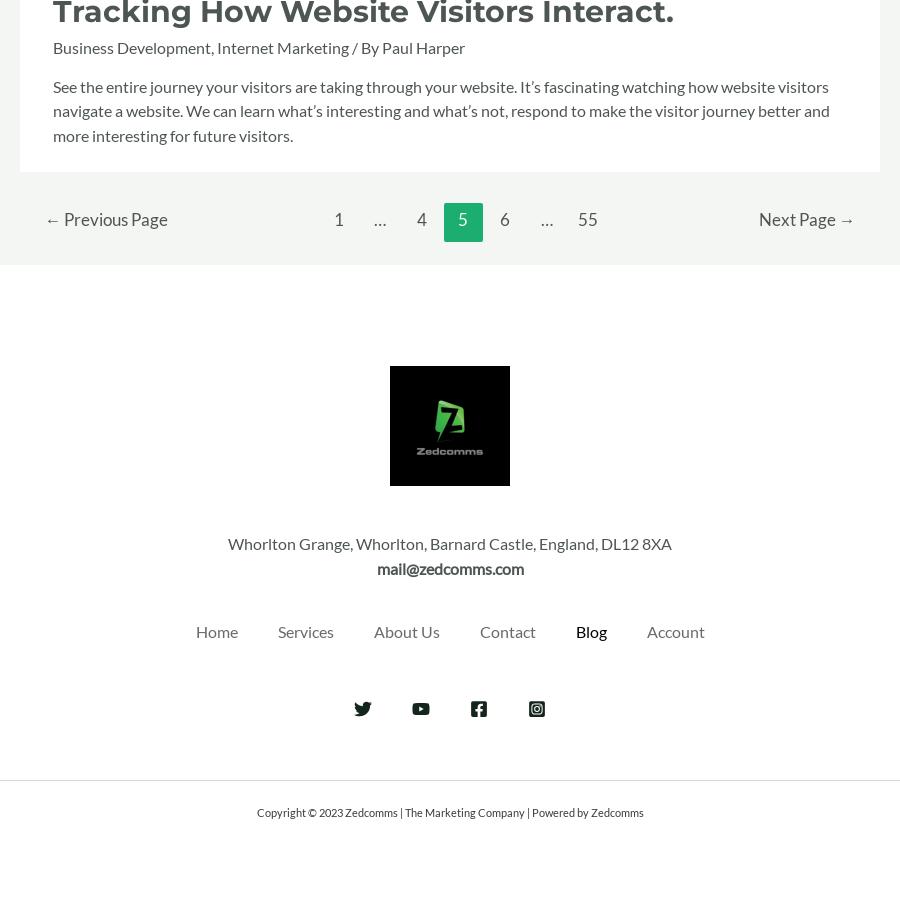 The width and height of the screenshot is (900, 899). I want to click on '6', so click(503, 219).